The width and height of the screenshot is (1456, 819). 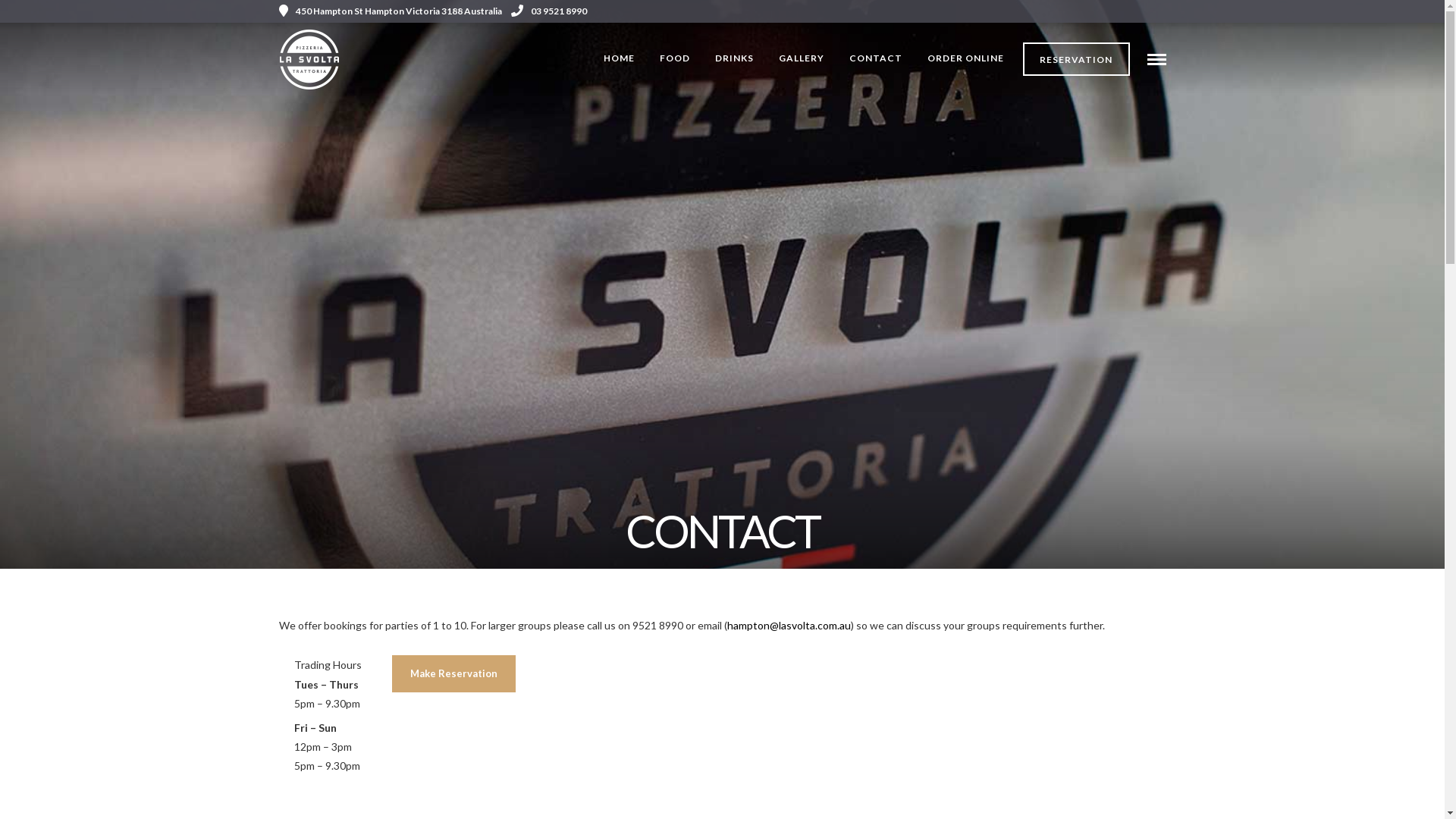 I want to click on 'FOOD', so click(x=673, y=58).